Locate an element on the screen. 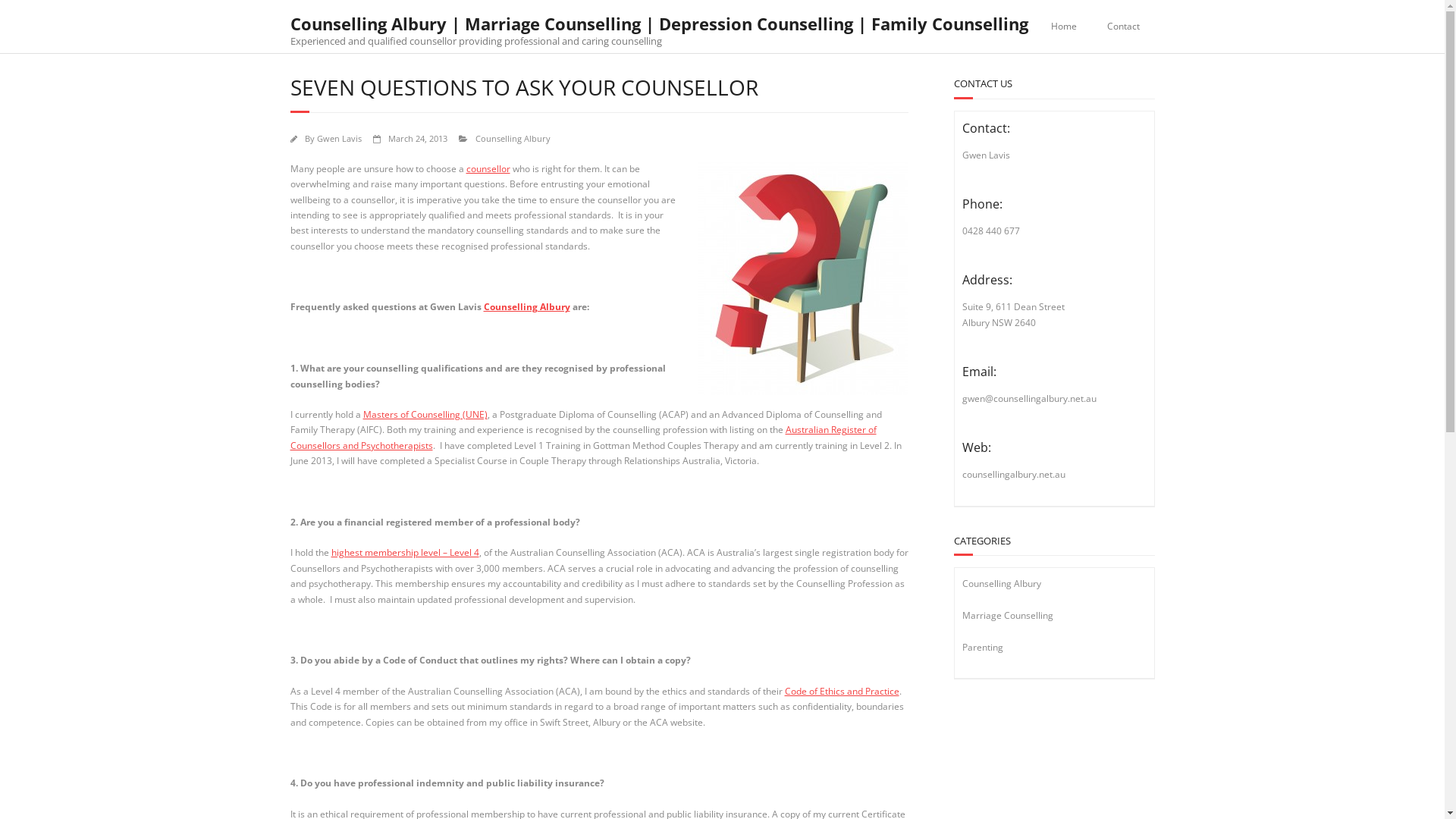  'gwen@counsellingalbury.net.au' is located at coordinates (1028, 397).